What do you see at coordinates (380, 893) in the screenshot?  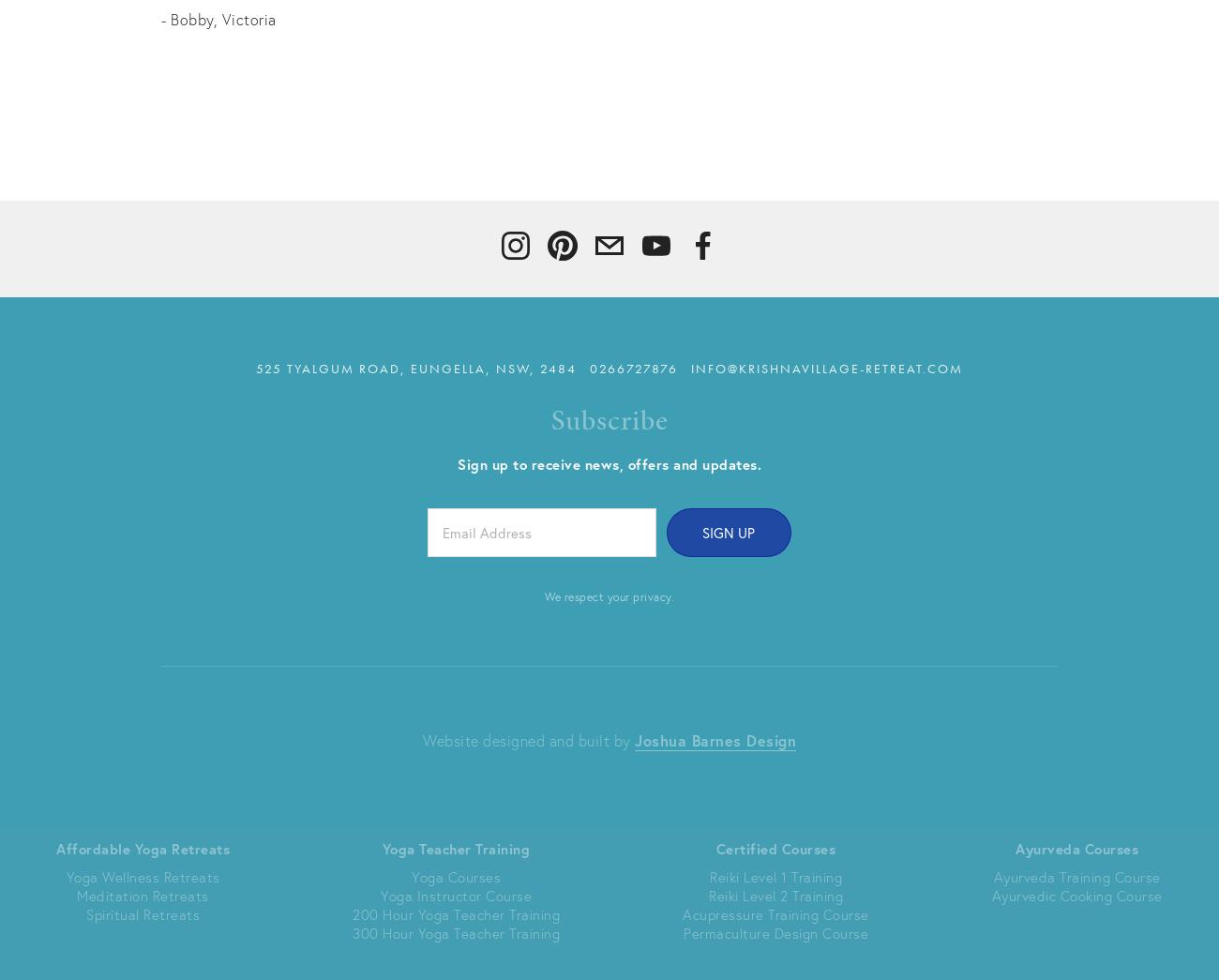 I see `'Yoga Instructor Course'` at bounding box center [380, 893].